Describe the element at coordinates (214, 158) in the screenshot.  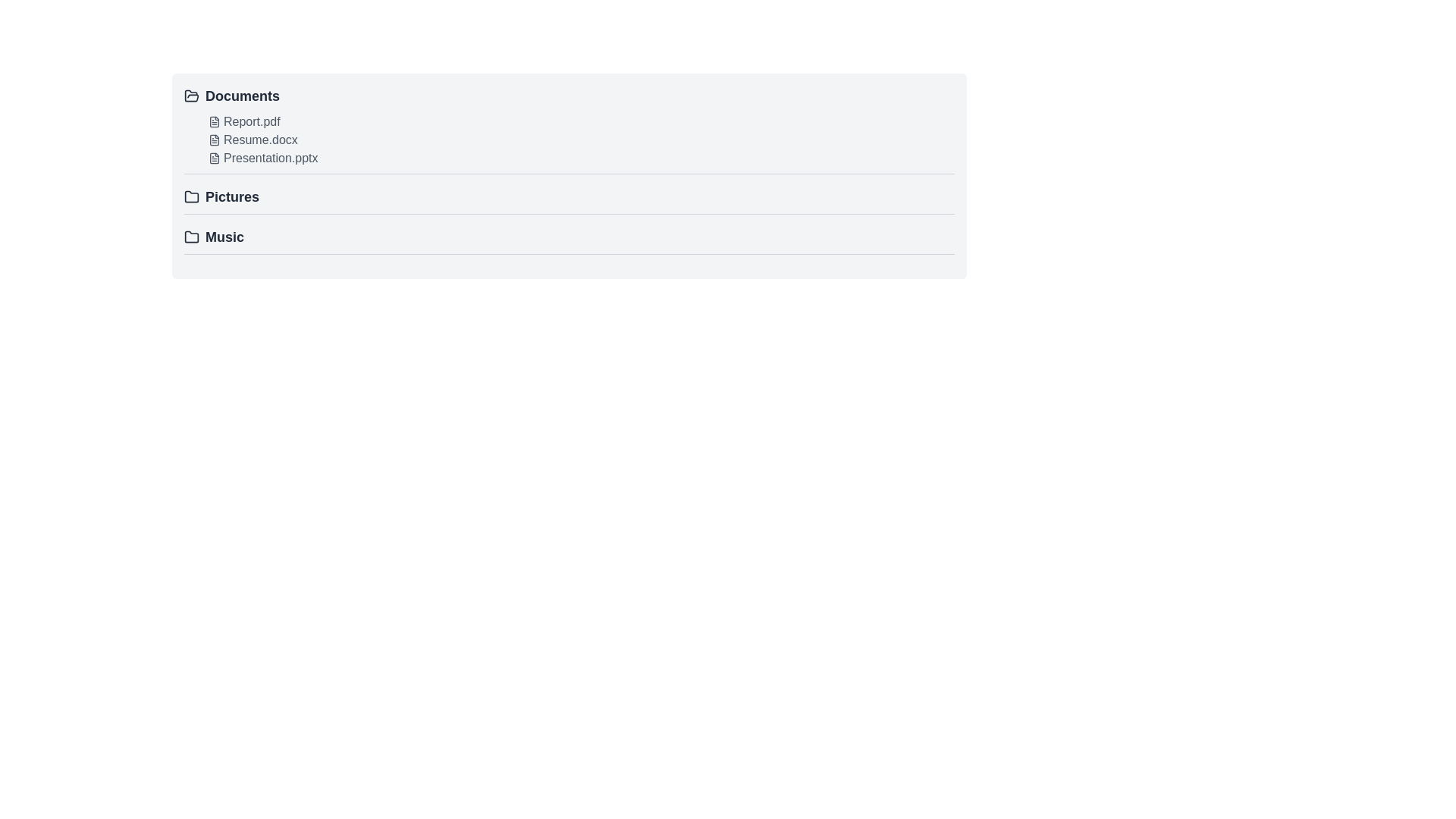
I see `the decorative graphical component that represents the outline of the document icon next to the 'Presentation.pptx' text entry in the 'Documents' folder section` at that location.